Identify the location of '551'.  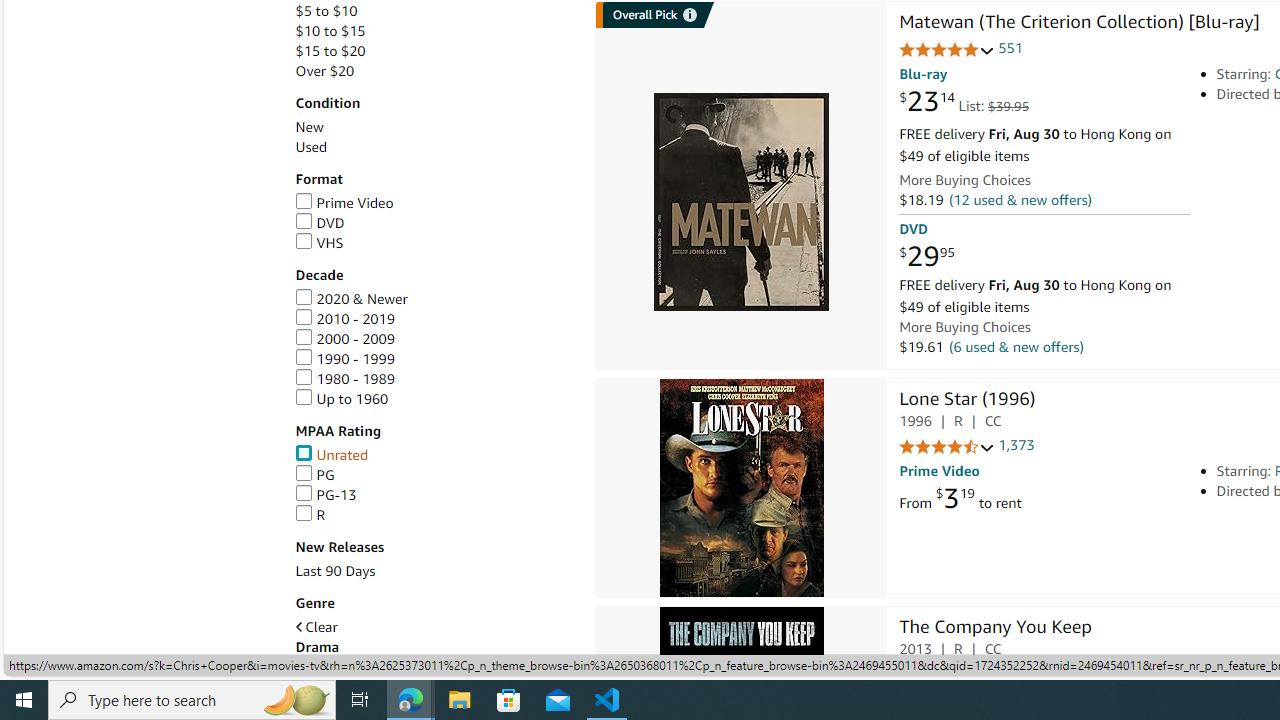
(1010, 47).